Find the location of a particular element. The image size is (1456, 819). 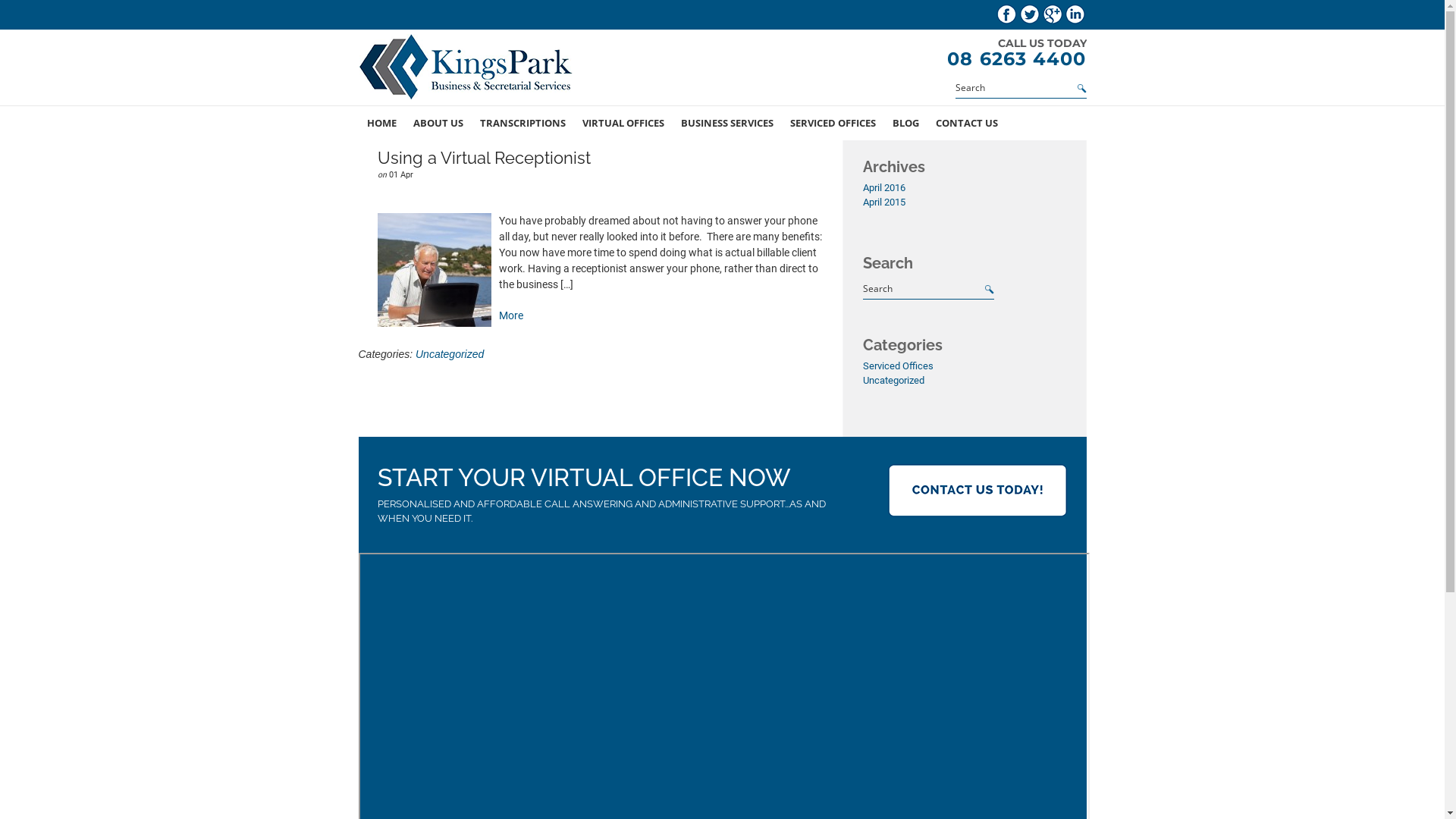

'ABOUT US' is located at coordinates (404, 122).